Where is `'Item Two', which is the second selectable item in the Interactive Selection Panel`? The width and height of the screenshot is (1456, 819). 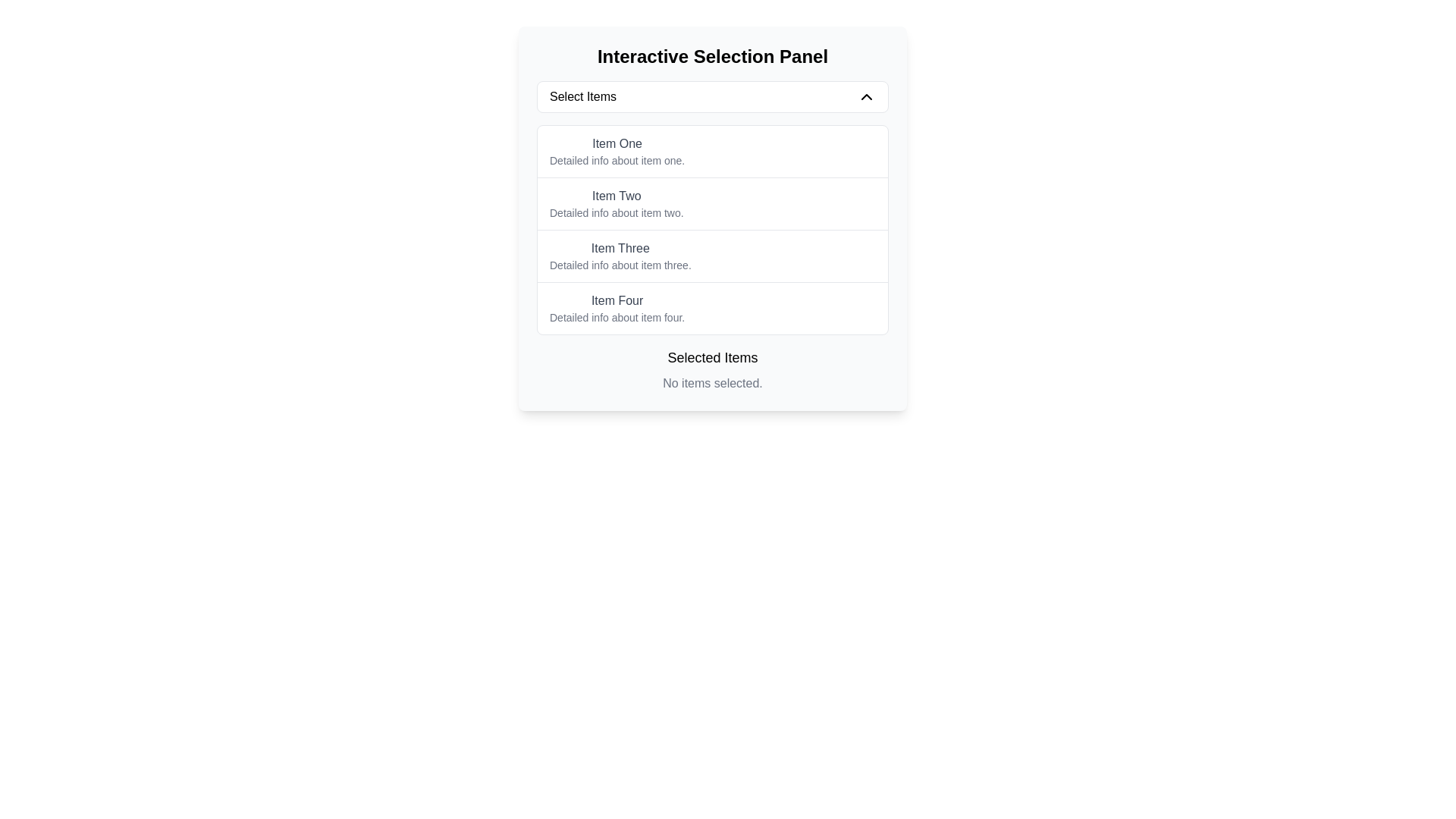 'Item Two', which is the second selectable item in the Interactive Selection Panel is located at coordinates (712, 202).